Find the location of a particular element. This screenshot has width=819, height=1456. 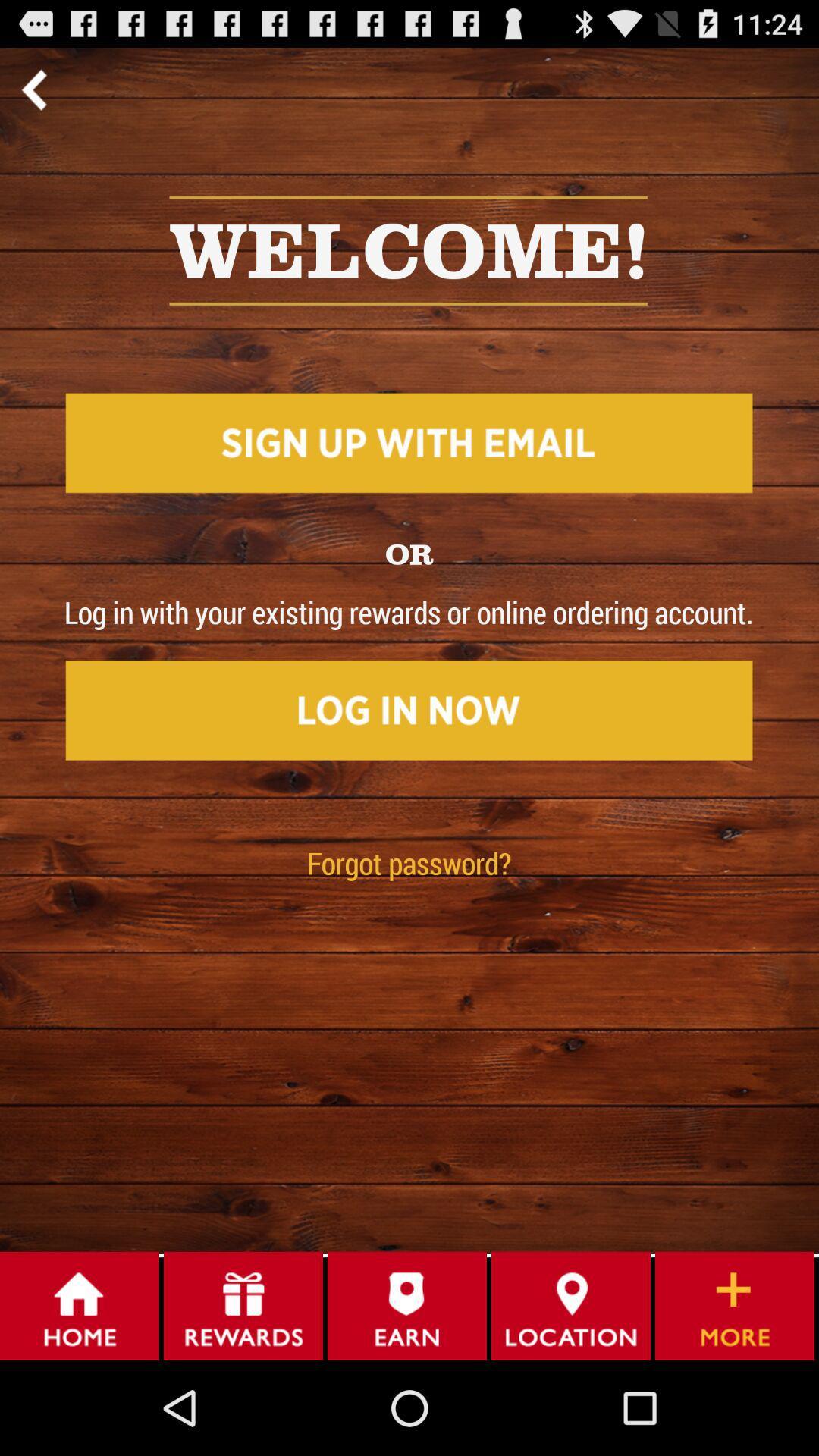

forgot password? app is located at coordinates (408, 863).